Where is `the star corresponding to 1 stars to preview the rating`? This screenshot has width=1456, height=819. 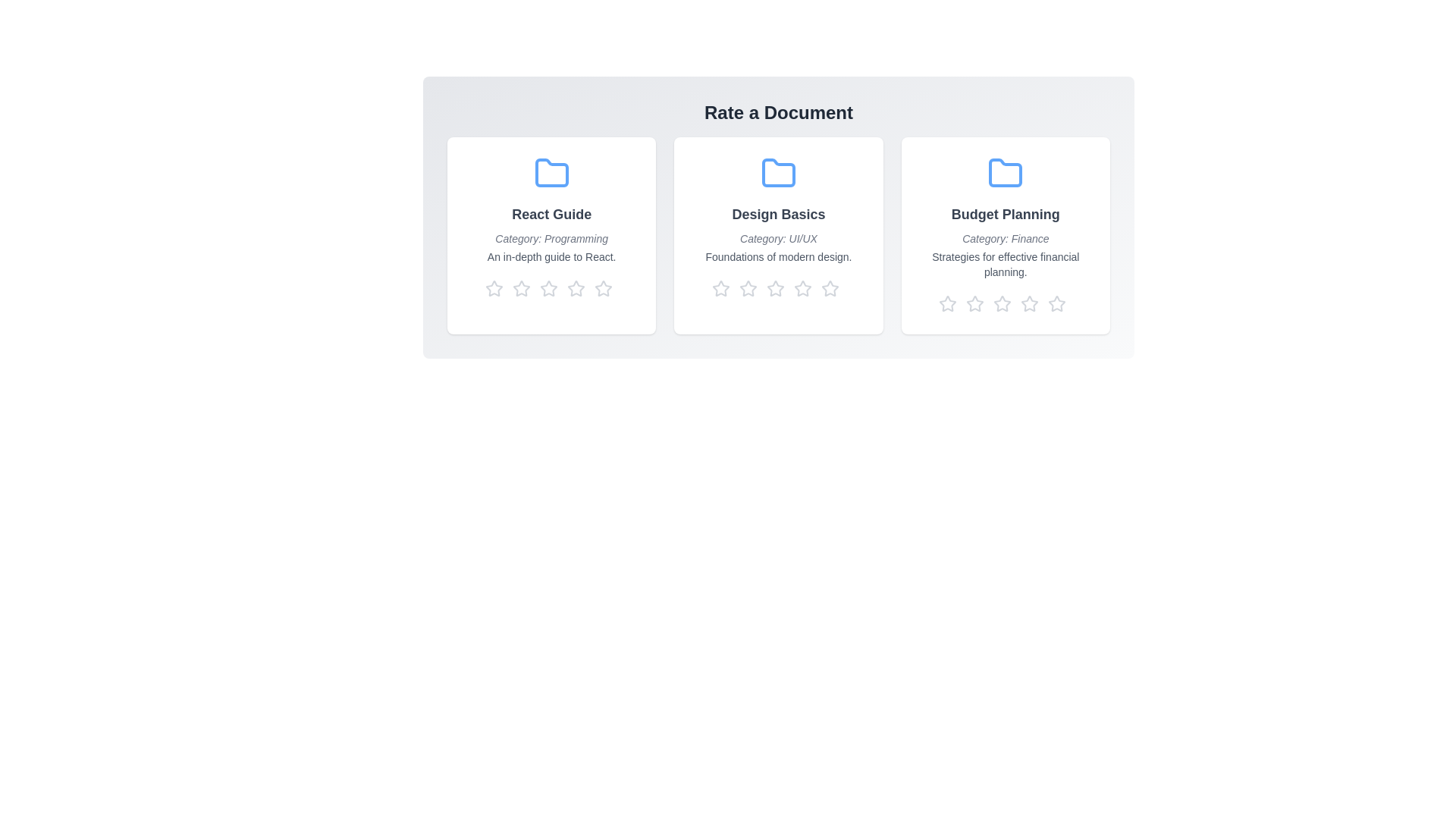
the star corresponding to 1 stars to preview the rating is located at coordinates (496, 289).